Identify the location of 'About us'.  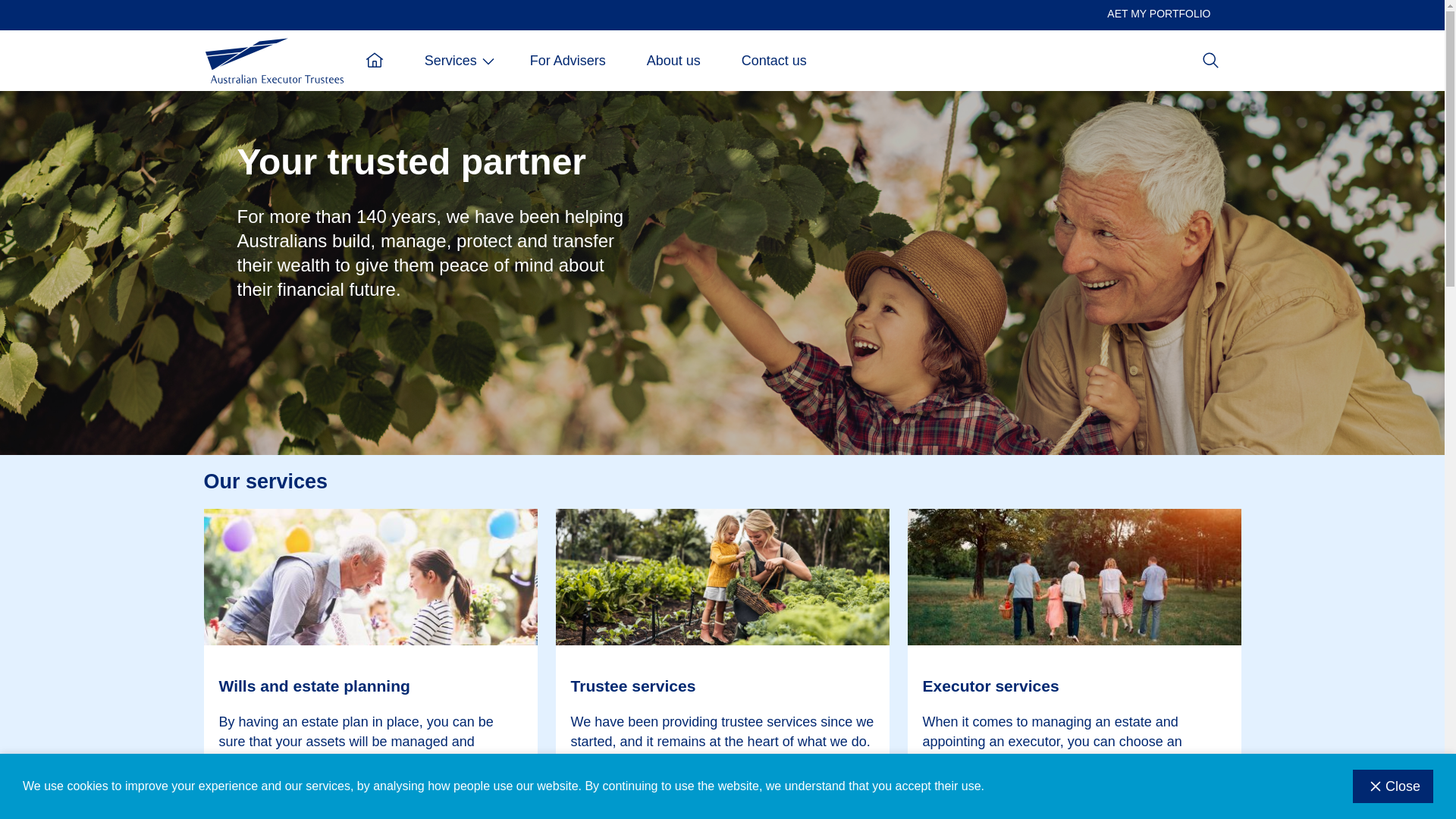
(673, 60).